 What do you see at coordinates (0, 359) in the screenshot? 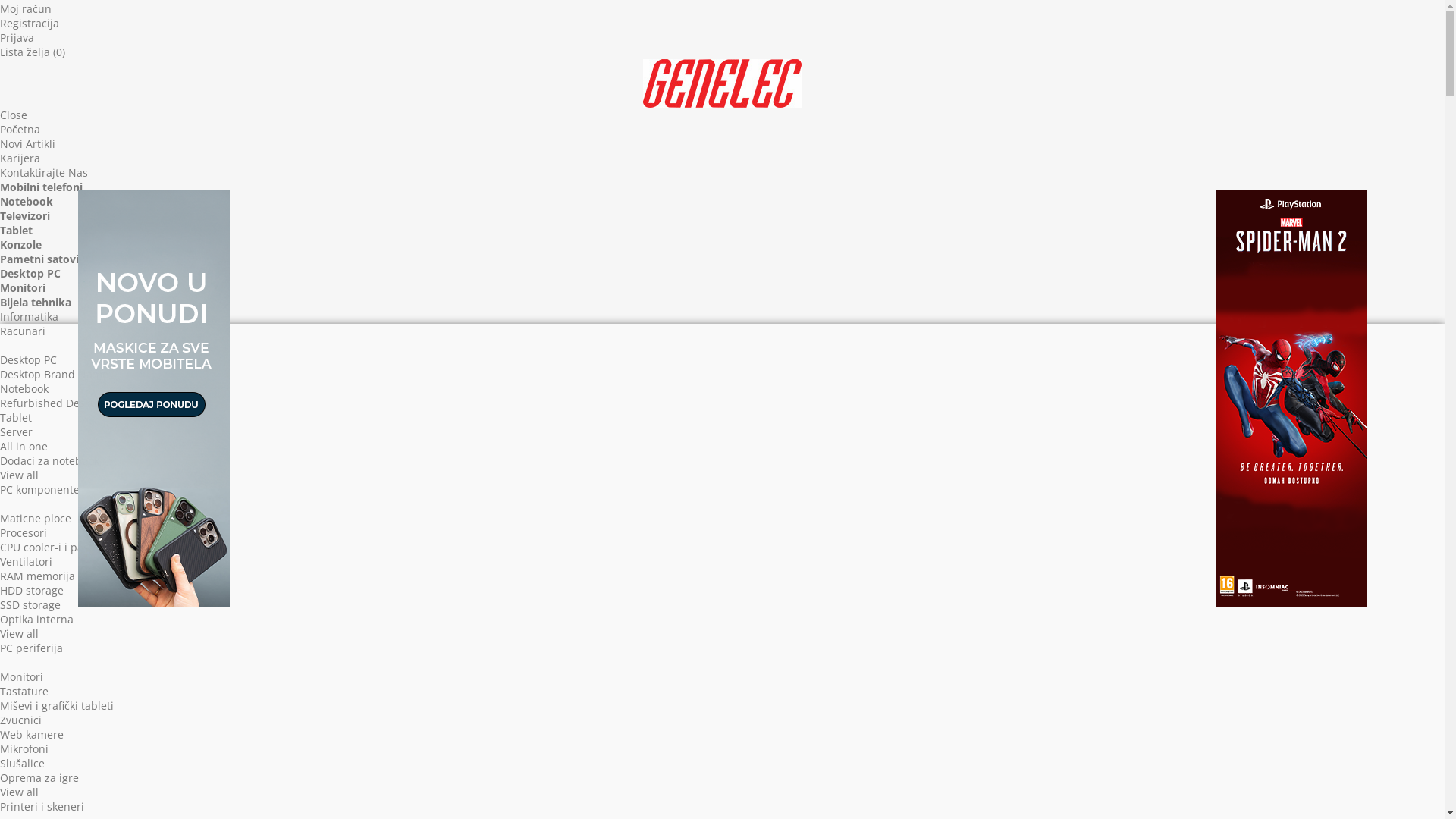
I see `'Desktop PC'` at bounding box center [0, 359].